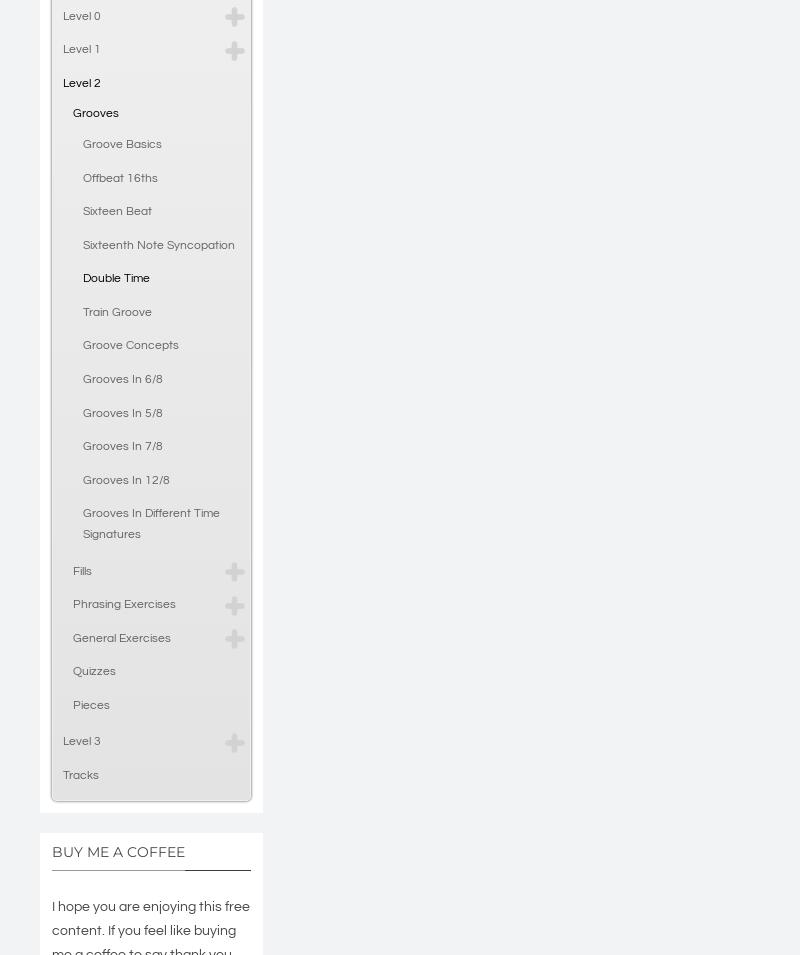  I want to click on 'Grooves', so click(96, 112).